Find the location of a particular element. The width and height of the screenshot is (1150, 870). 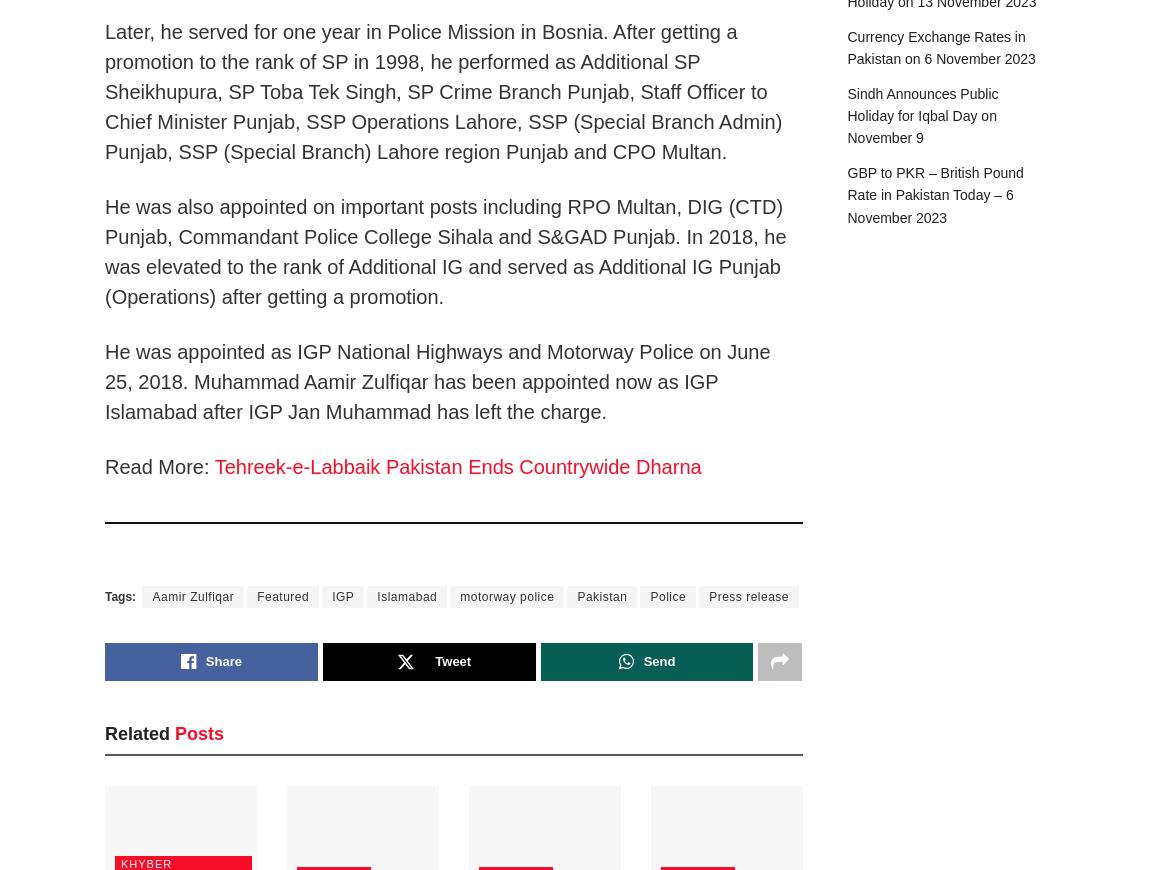

'motorway police' is located at coordinates (507, 595).